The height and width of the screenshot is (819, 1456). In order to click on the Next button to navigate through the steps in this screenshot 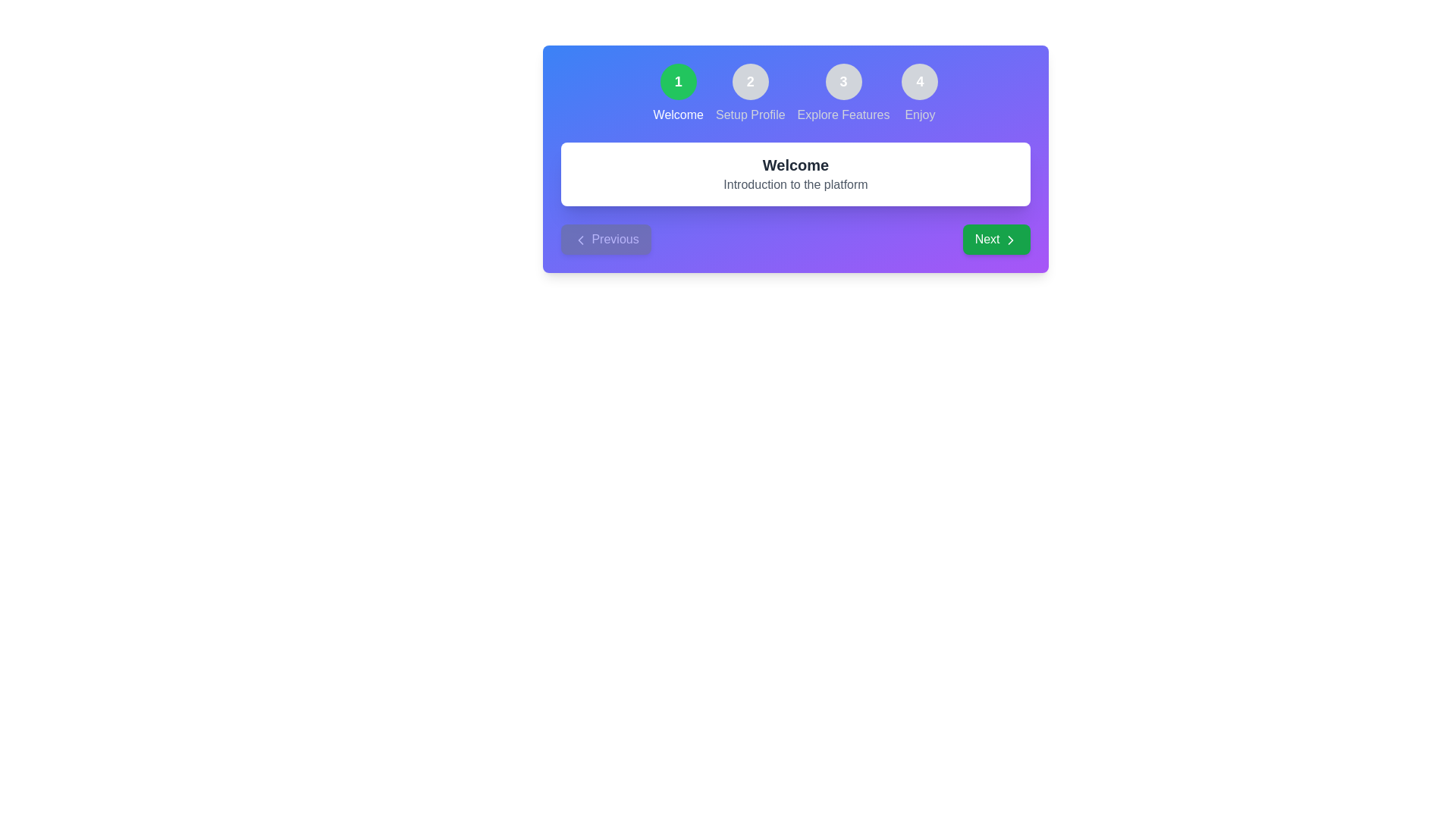, I will do `click(996, 239)`.